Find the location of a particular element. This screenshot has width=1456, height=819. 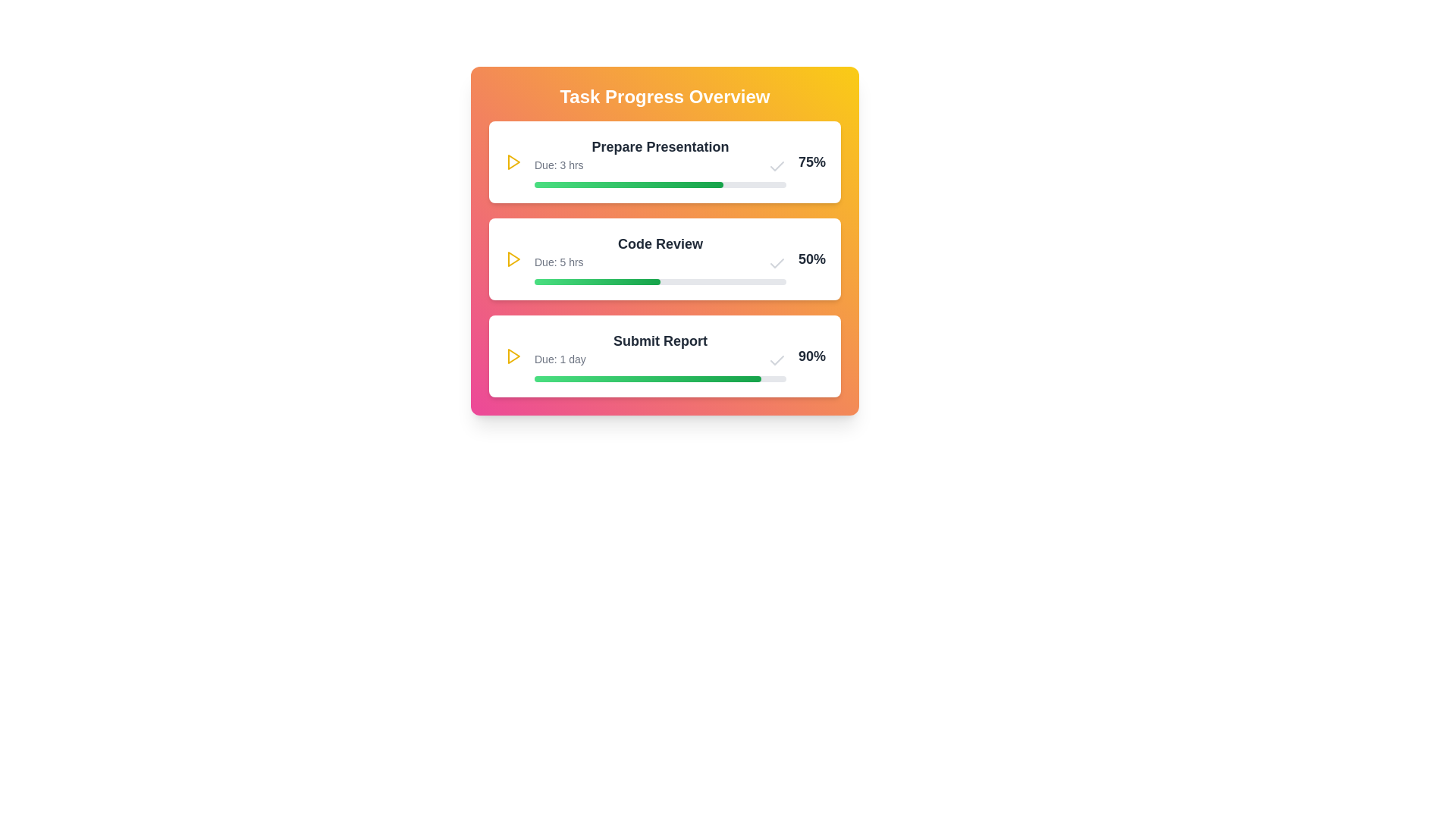

the Progress Indicator Bar located in the 'Submit Report' section, which visually represents progress with a green gradient background is located at coordinates (648, 378).